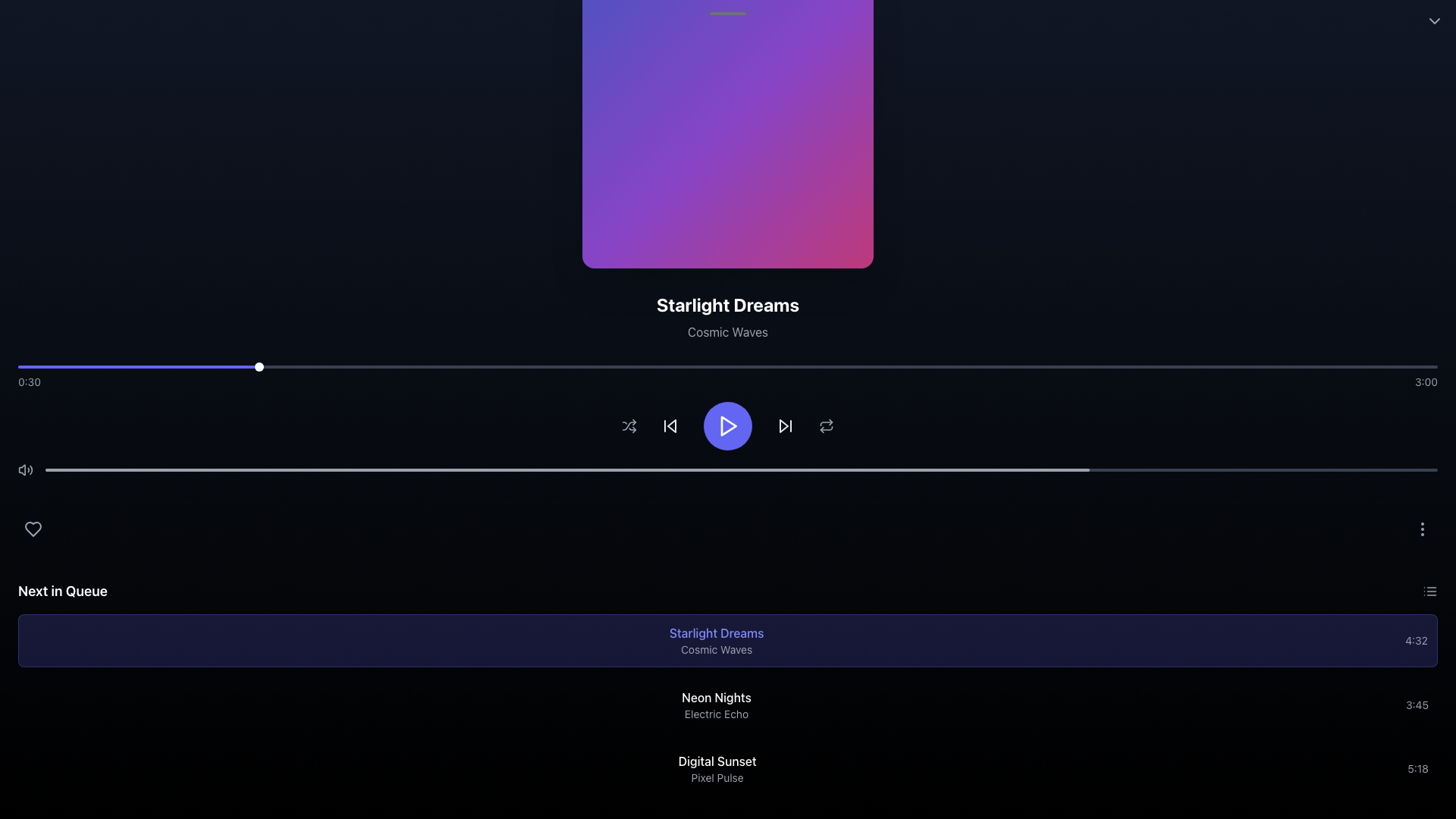 This screenshot has height=819, width=1456. Describe the element at coordinates (255, 366) in the screenshot. I see `playback position` at that location.